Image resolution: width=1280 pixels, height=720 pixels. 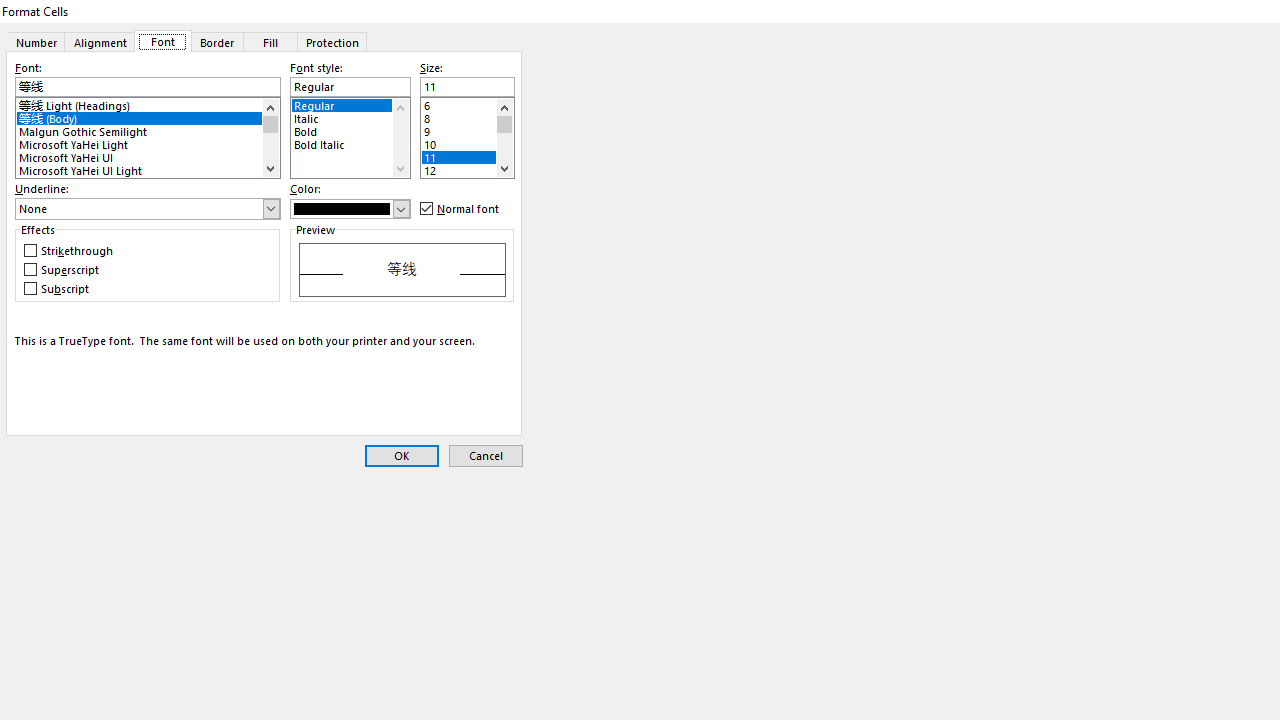 What do you see at coordinates (162, 41) in the screenshot?
I see `'Font'` at bounding box center [162, 41].